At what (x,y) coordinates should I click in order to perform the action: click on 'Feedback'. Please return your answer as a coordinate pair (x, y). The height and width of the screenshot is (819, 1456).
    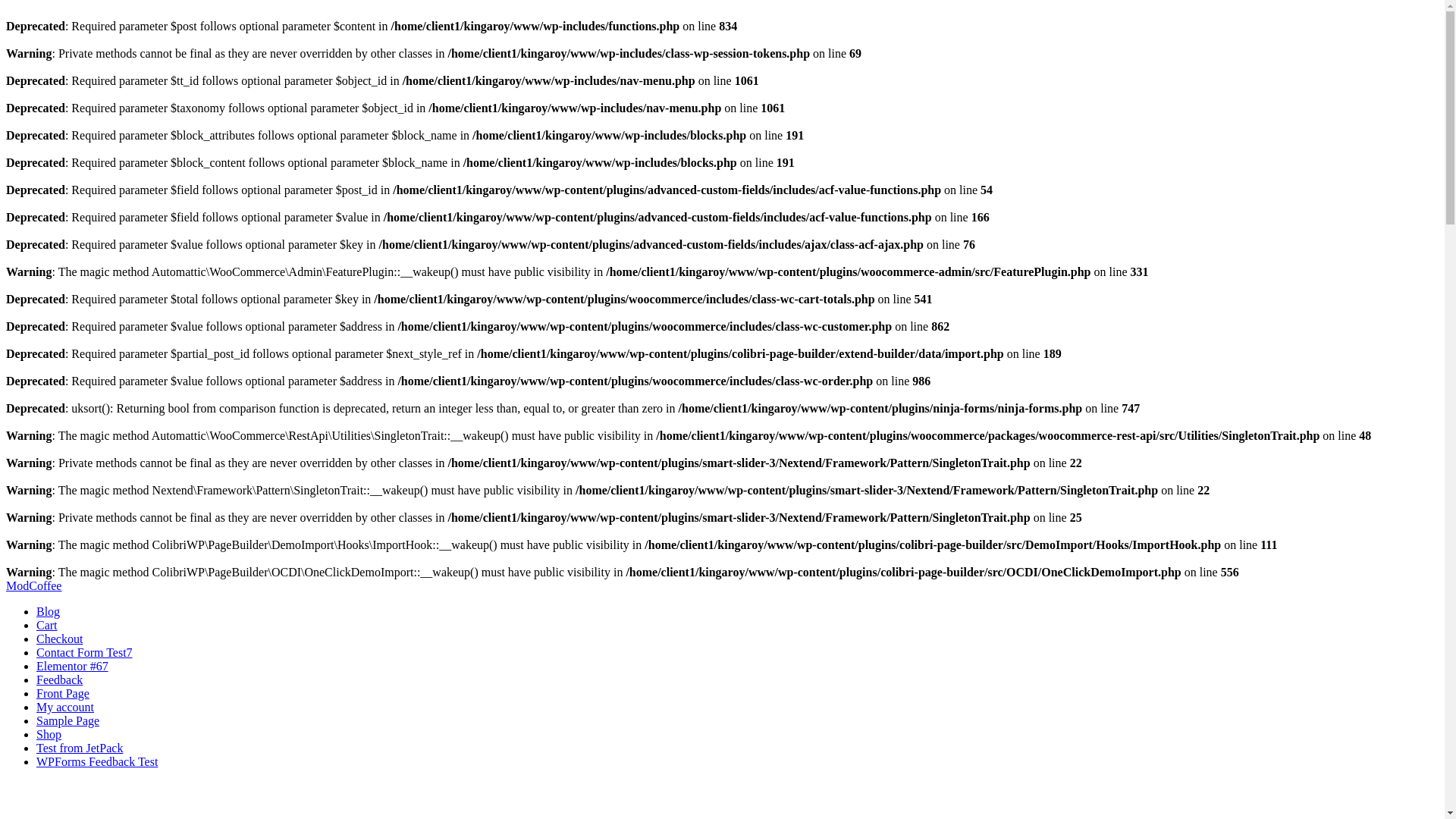
    Looking at the image, I should click on (59, 679).